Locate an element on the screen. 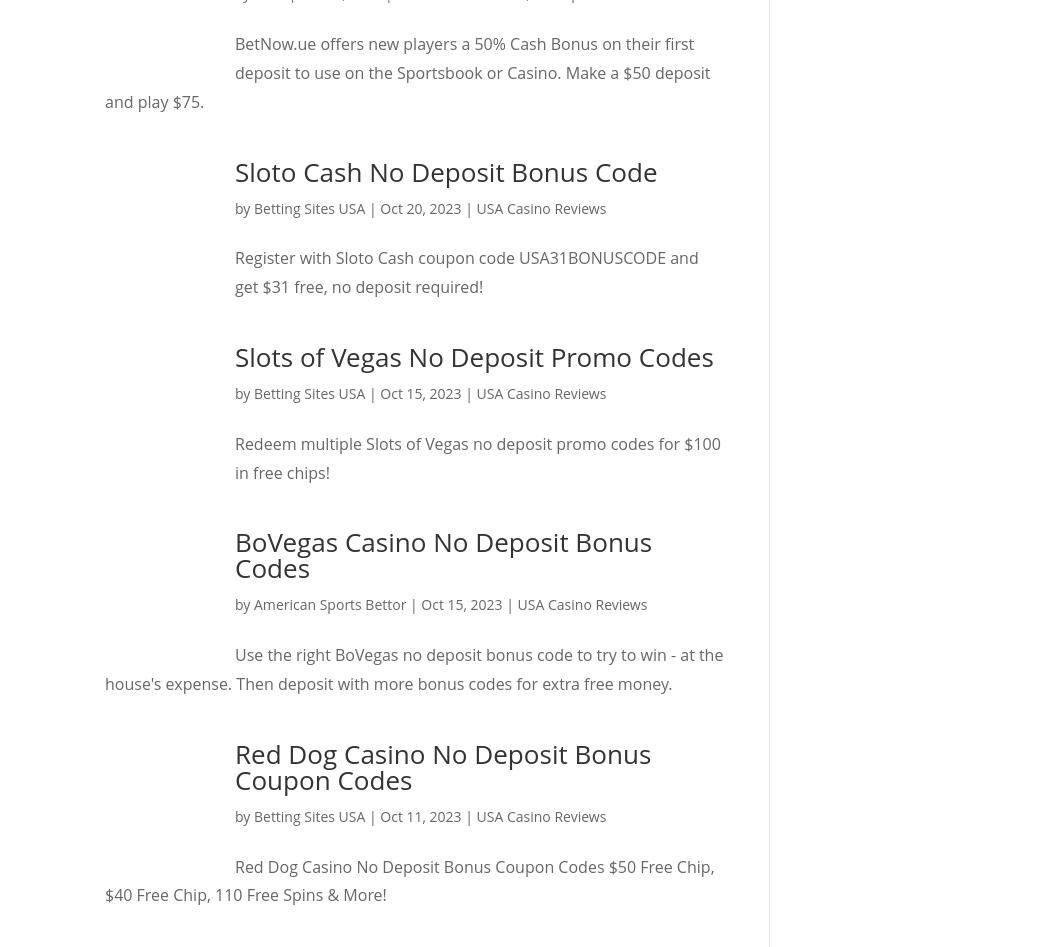 The image size is (1050, 947). 'BetNow.ue offers new players a 50% Cash Bonus on their first deposit to use on the Sportsbook or Casino. Make a $50 deposit and play $75.' is located at coordinates (407, 72).